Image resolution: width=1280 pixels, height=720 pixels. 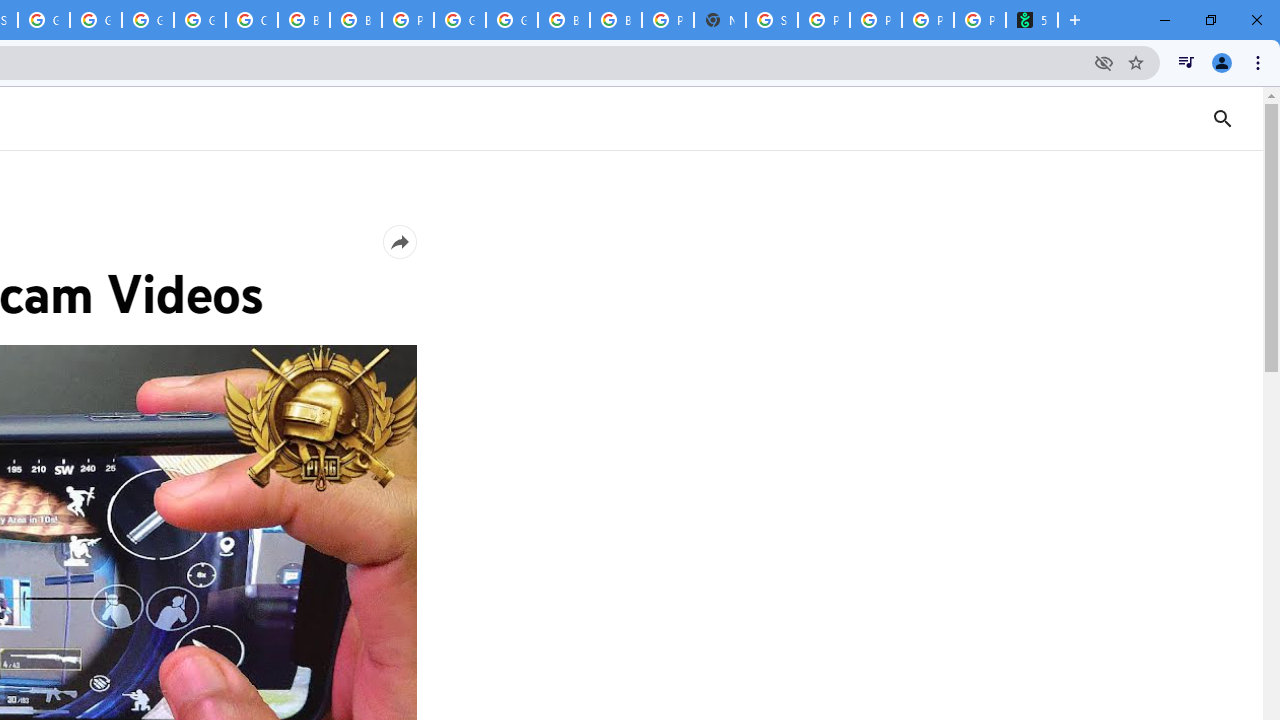 What do you see at coordinates (562, 20) in the screenshot?
I see `'Browse Chrome as a guest - Computer - Google Chrome Help'` at bounding box center [562, 20].